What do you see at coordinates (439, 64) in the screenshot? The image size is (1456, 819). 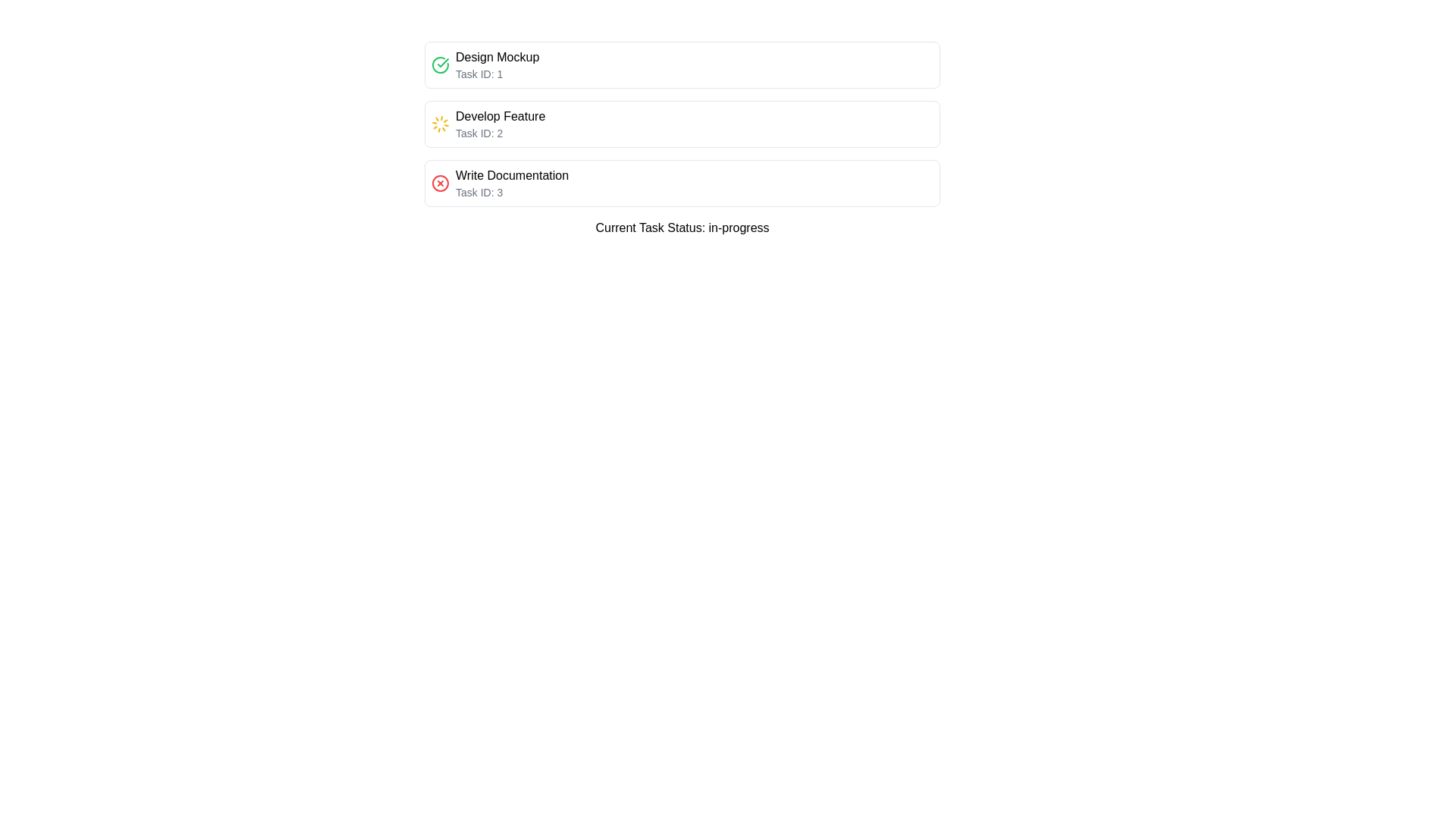 I see `the green circular icon with a checkmark inside, which indicates the status of the completed task in the 'Design Mockup Task ID: 1' section` at bounding box center [439, 64].